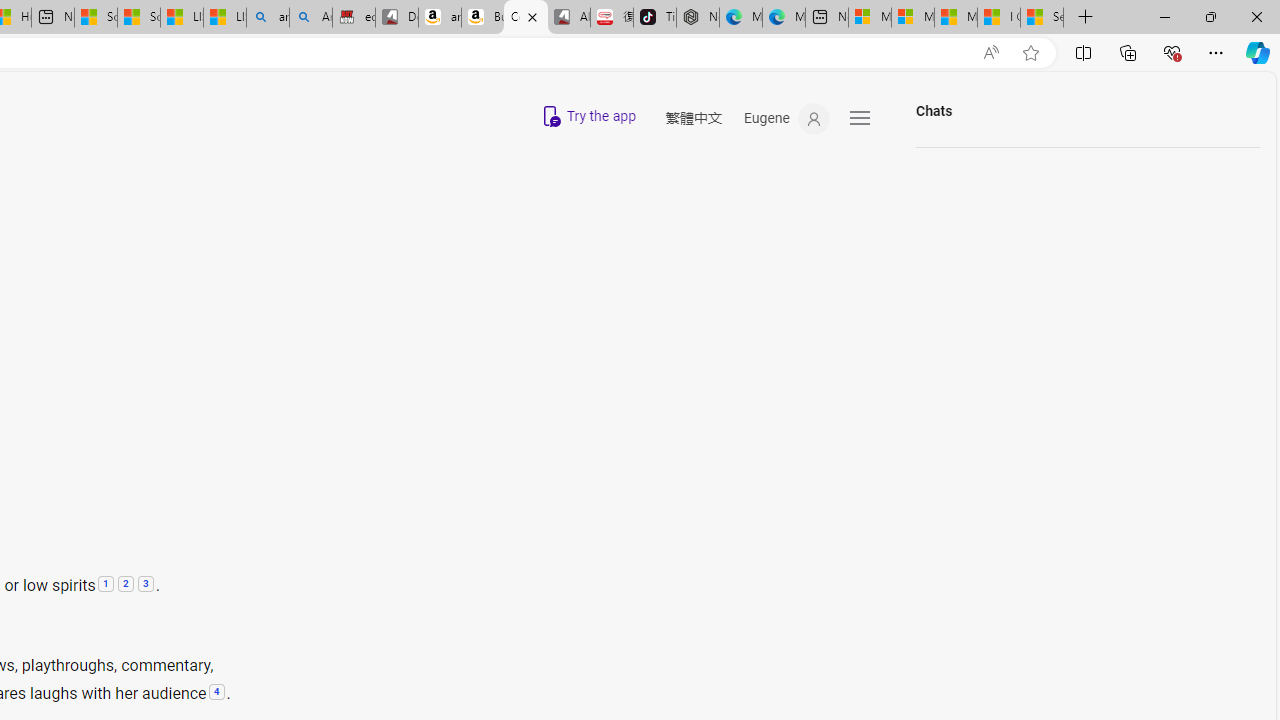  I want to click on 'Amazon Echo Dot PNG - Search Images', so click(310, 17).